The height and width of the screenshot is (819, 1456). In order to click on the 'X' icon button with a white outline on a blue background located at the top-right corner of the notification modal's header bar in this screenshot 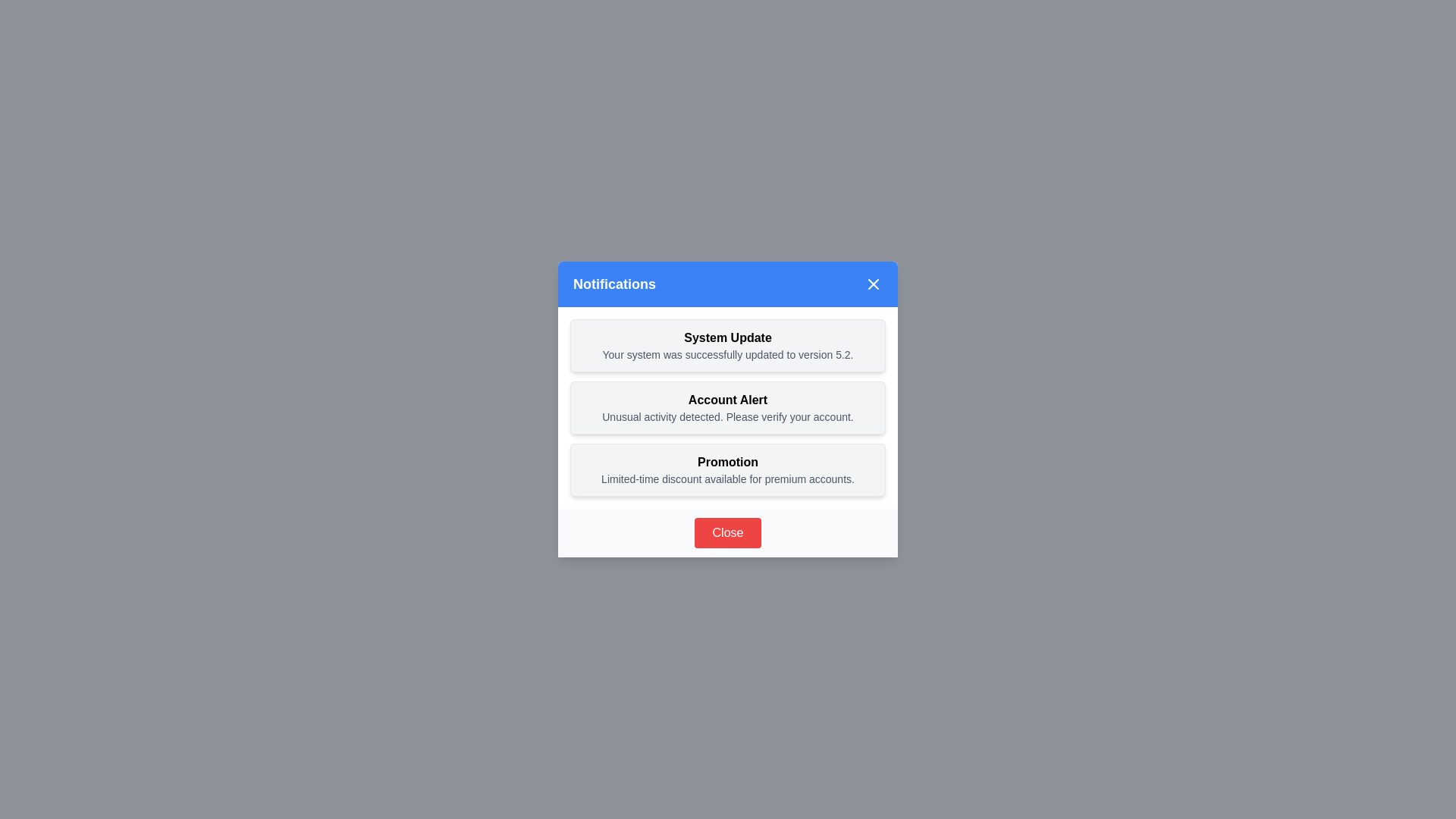, I will do `click(874, 284)`.